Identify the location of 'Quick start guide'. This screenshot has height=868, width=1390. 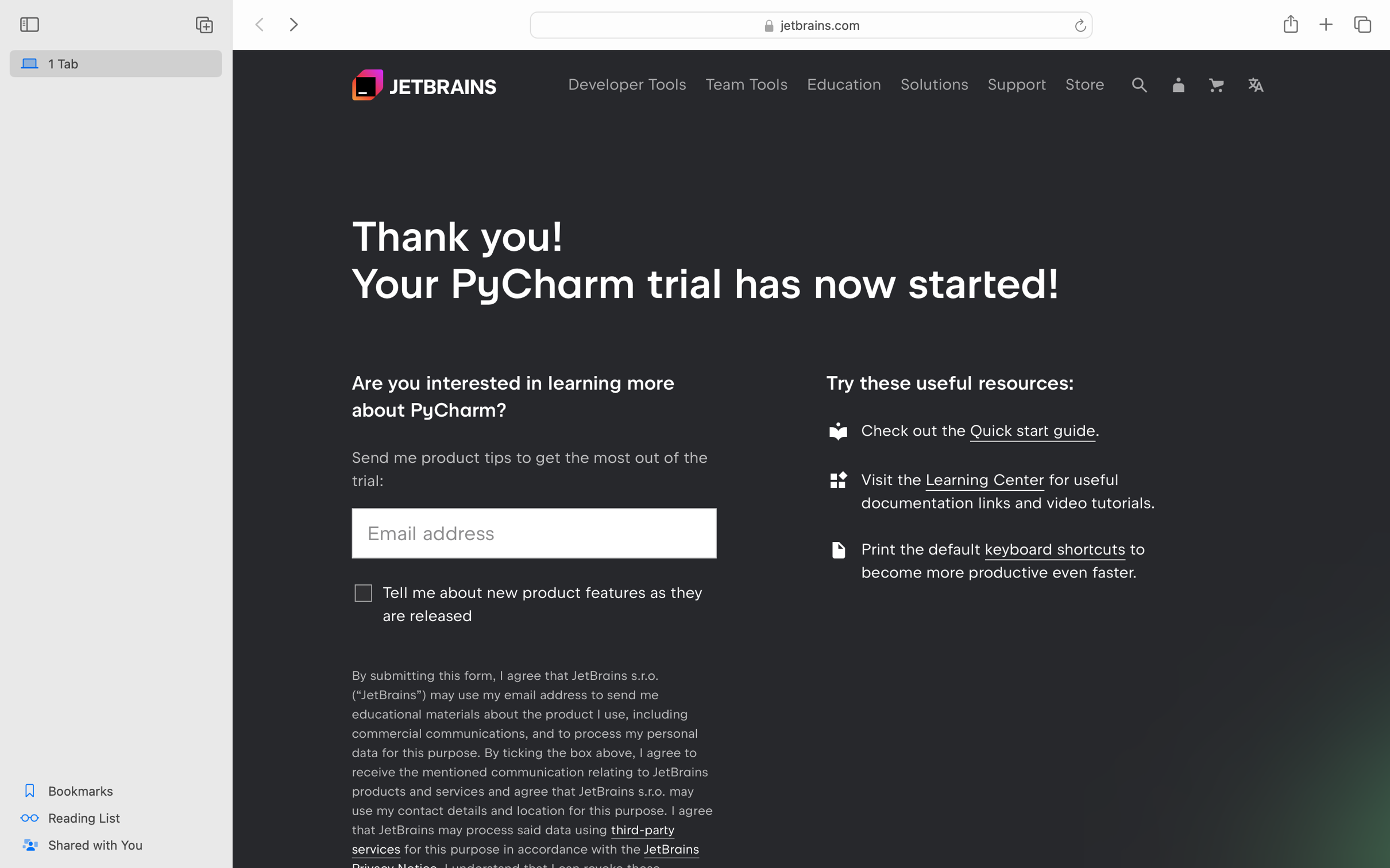
(1032, 429).